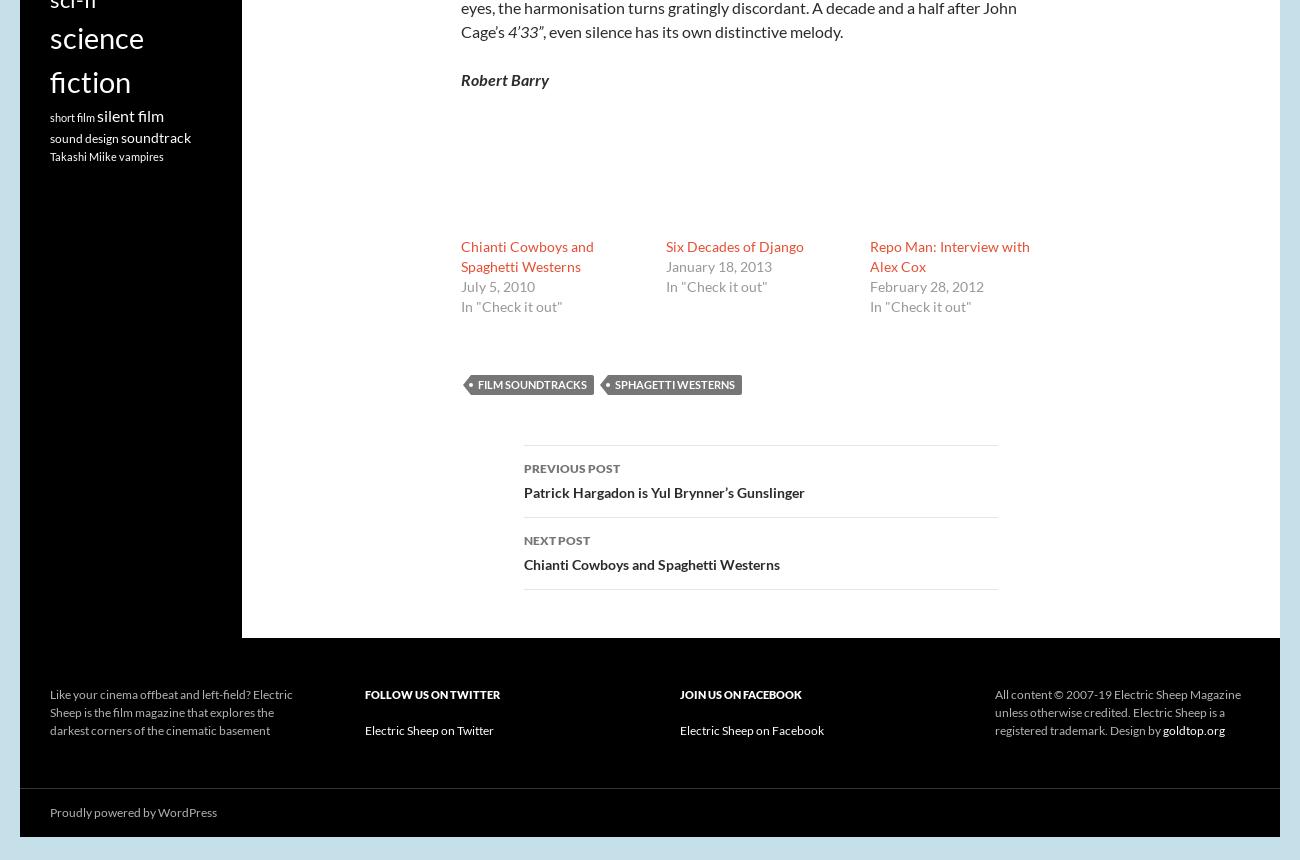 This screenshot has height=860, width=1300. I want to click on 'Next Post', so click(556, 540).